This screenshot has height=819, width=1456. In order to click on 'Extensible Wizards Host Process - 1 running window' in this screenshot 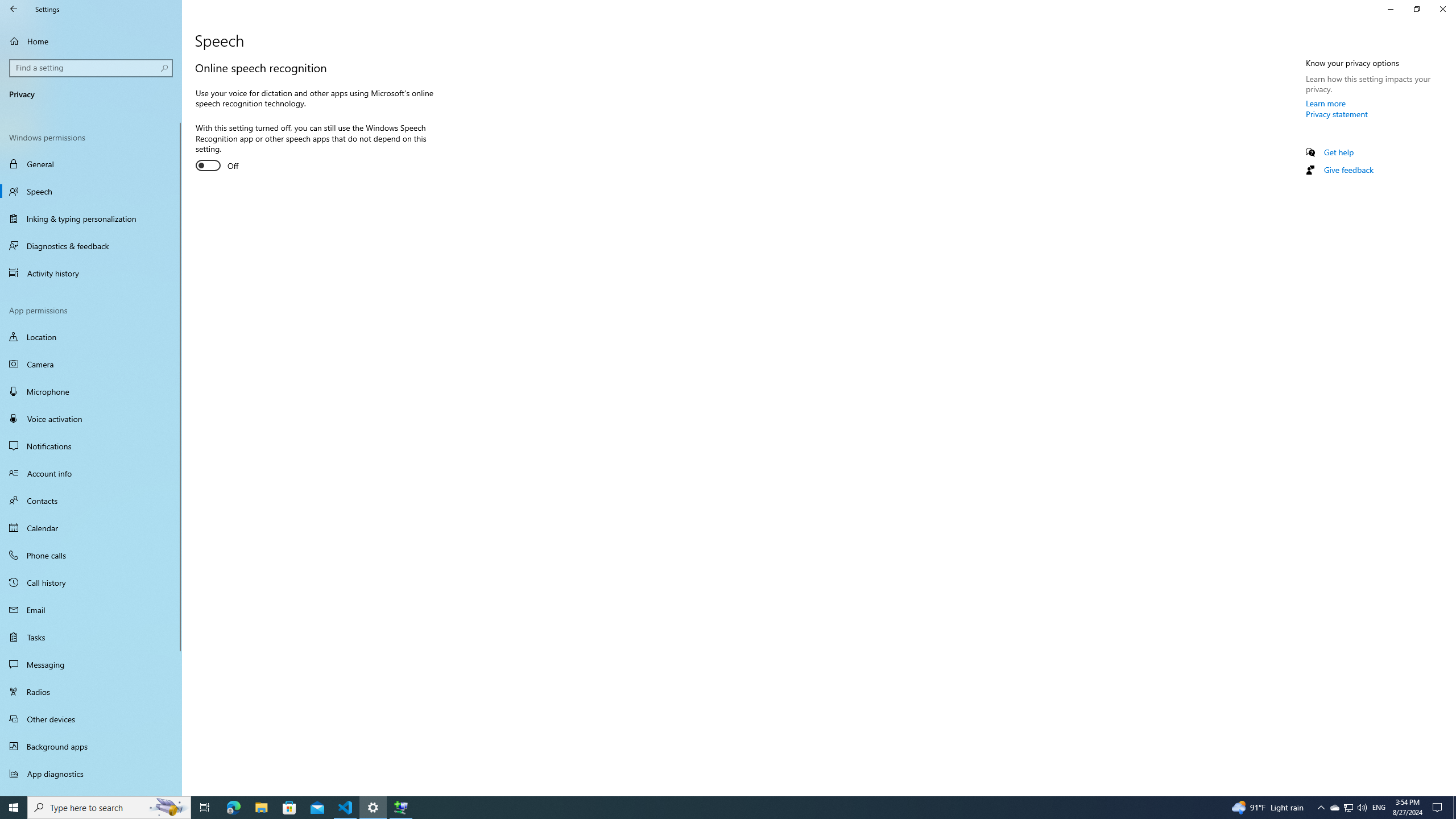, I will do `click(401, 806)`.